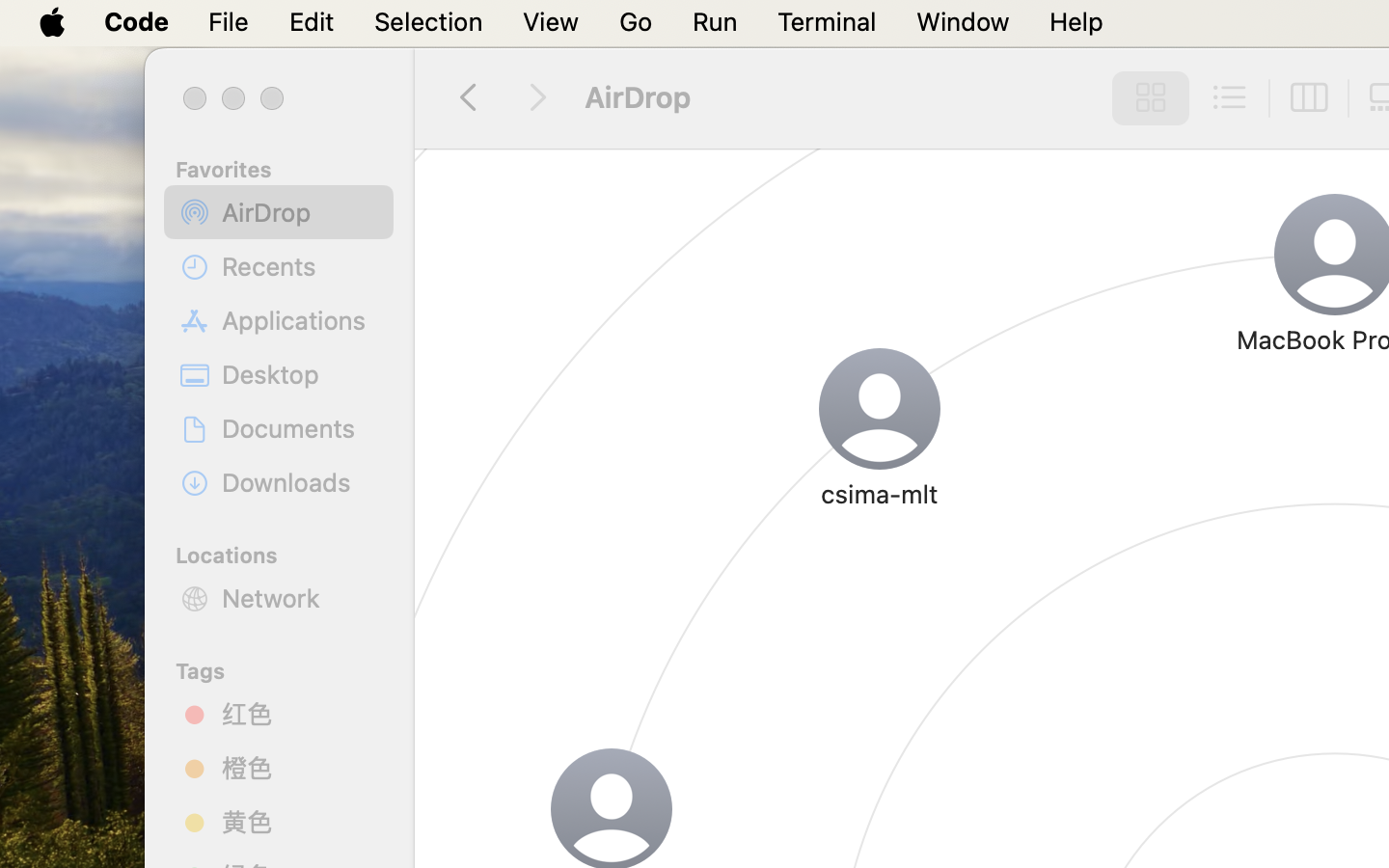  I want to click on 'AirDrop', so click(300, 211).